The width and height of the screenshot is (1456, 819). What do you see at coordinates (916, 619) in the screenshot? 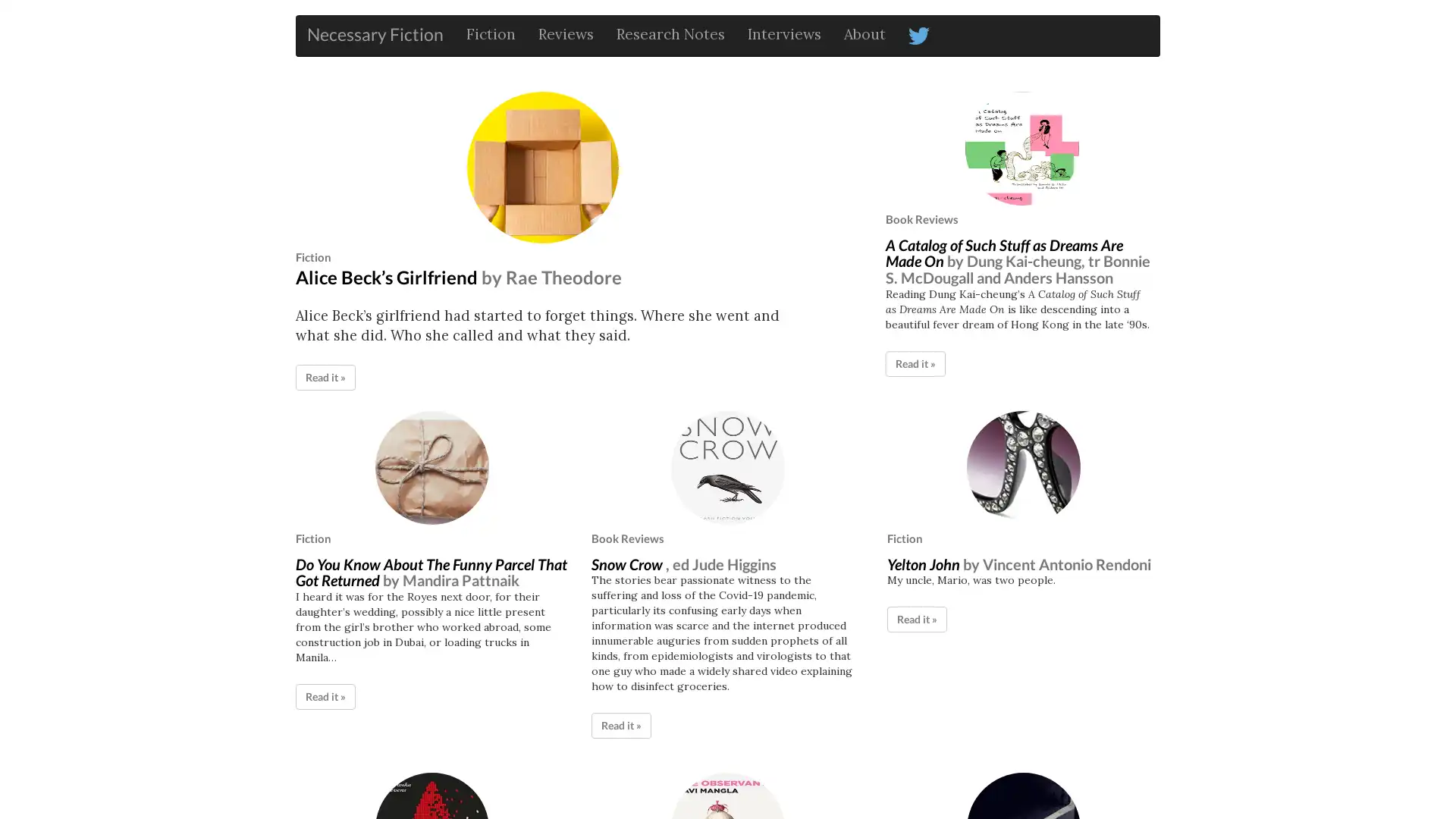
I see `Read it` at bounding box center [916, 619].